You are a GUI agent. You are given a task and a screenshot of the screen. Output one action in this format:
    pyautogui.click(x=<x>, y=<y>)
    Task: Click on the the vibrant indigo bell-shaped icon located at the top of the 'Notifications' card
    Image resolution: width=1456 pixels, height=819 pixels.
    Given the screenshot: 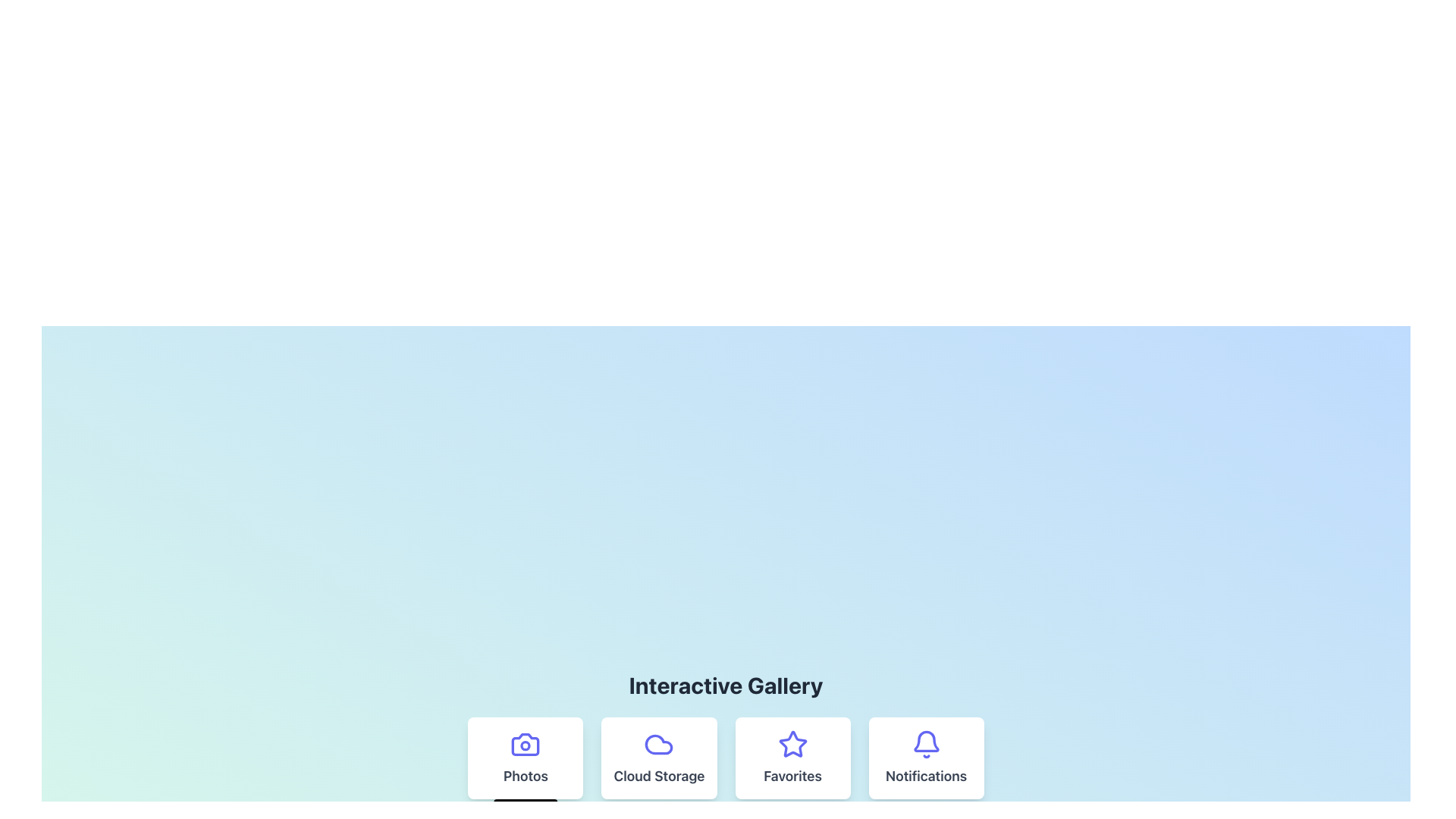 What is the action you would take?
    pyautogui.click(x=925, y=744)
    